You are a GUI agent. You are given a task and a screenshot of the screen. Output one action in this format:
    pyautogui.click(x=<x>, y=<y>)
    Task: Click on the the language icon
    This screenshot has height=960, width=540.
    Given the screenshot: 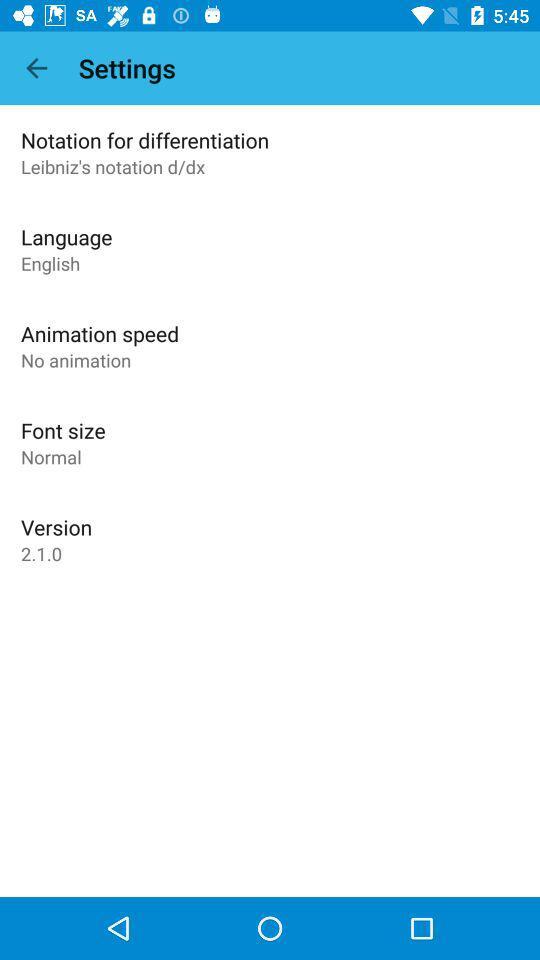 What is the action you would take?
    pyautogui.click(x=66, y=237)
    